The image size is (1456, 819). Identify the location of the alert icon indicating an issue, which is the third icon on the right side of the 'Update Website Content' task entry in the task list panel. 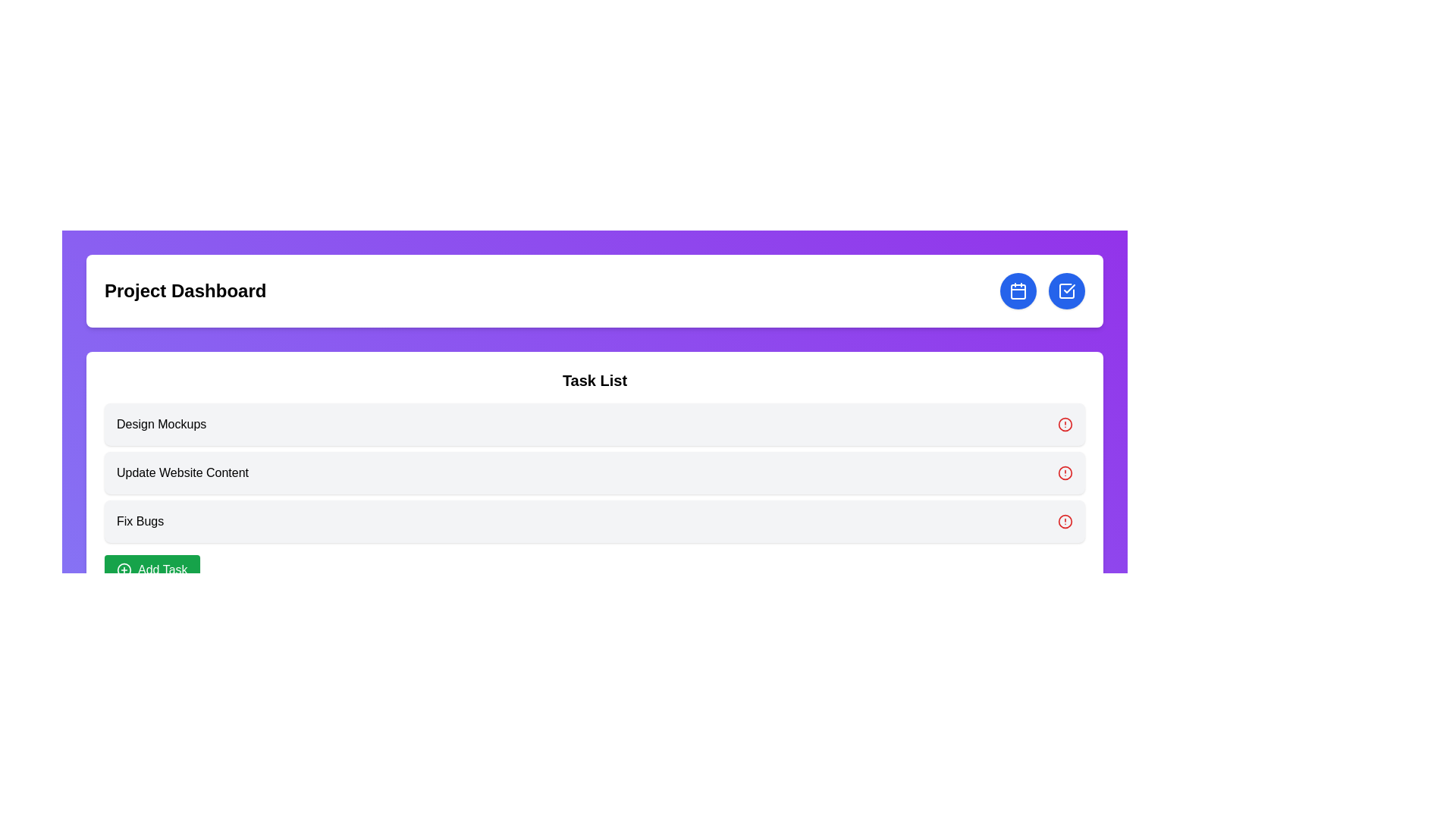
(1065, 472).